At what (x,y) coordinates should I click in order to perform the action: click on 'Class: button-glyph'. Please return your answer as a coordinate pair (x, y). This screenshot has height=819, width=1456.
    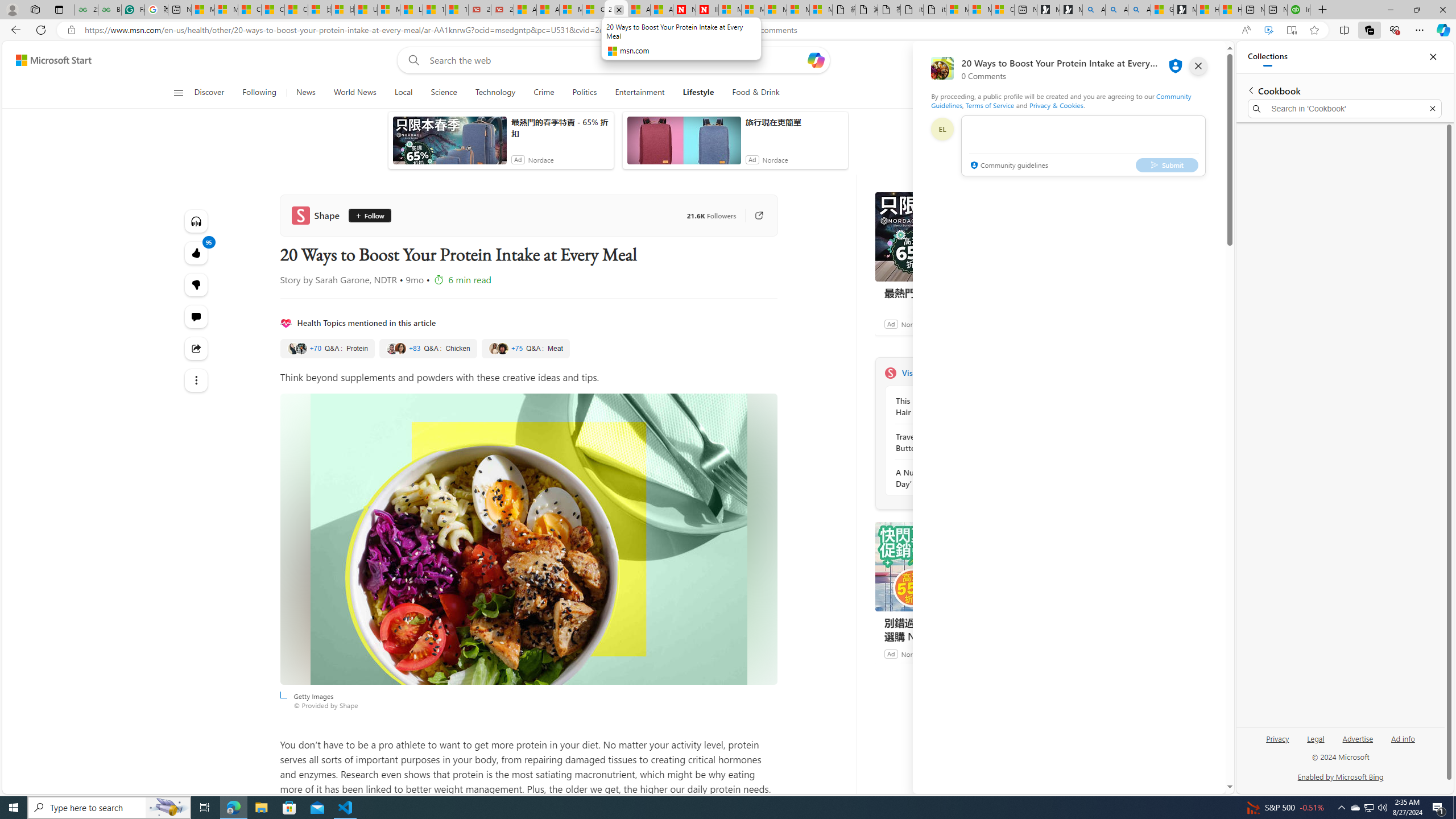
    Looking at the image, I should click on (178, 92).